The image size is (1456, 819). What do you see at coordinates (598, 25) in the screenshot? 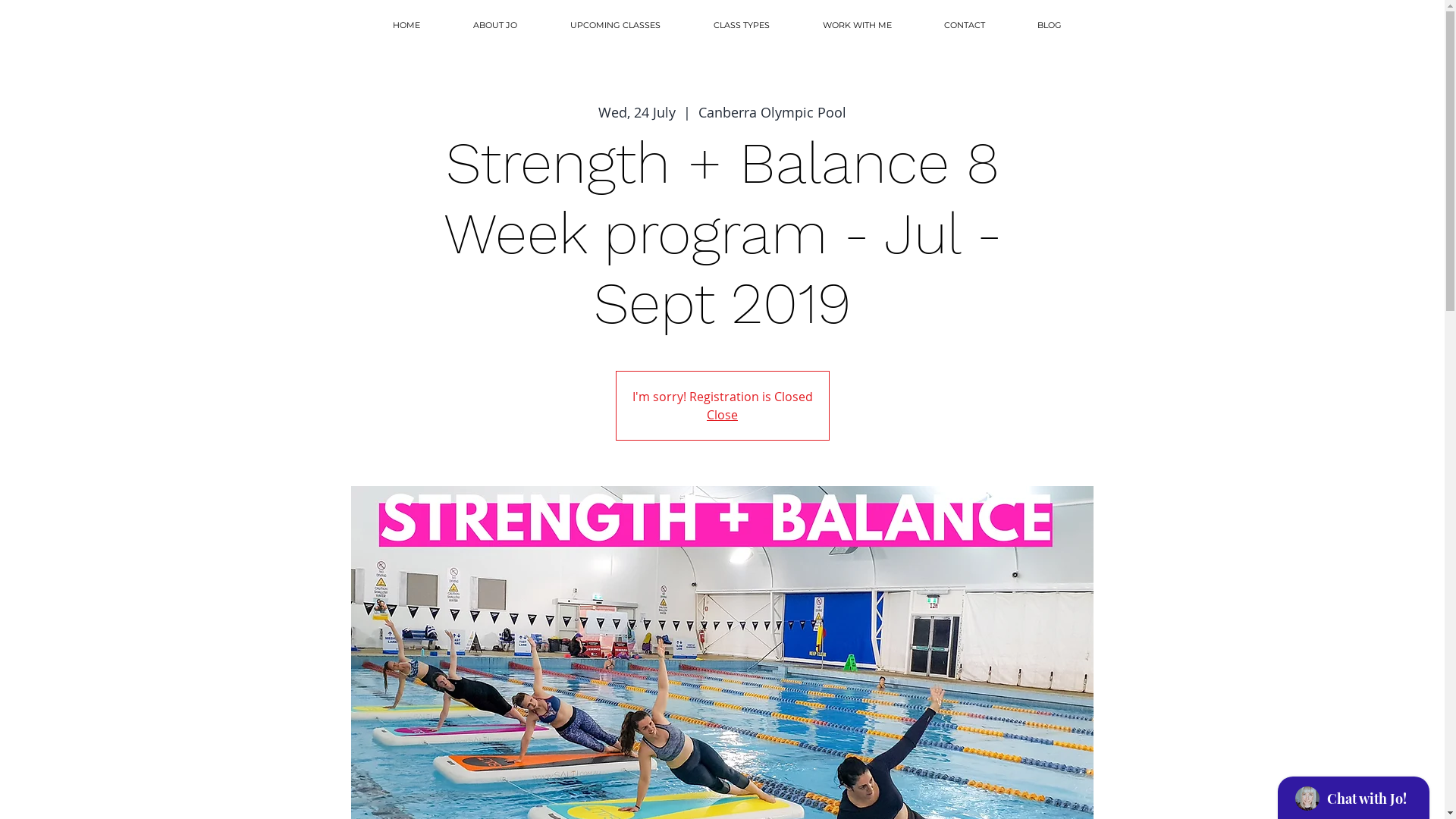
I see `'UPCOMING CLASSES'` at bounding box center [598, 25].